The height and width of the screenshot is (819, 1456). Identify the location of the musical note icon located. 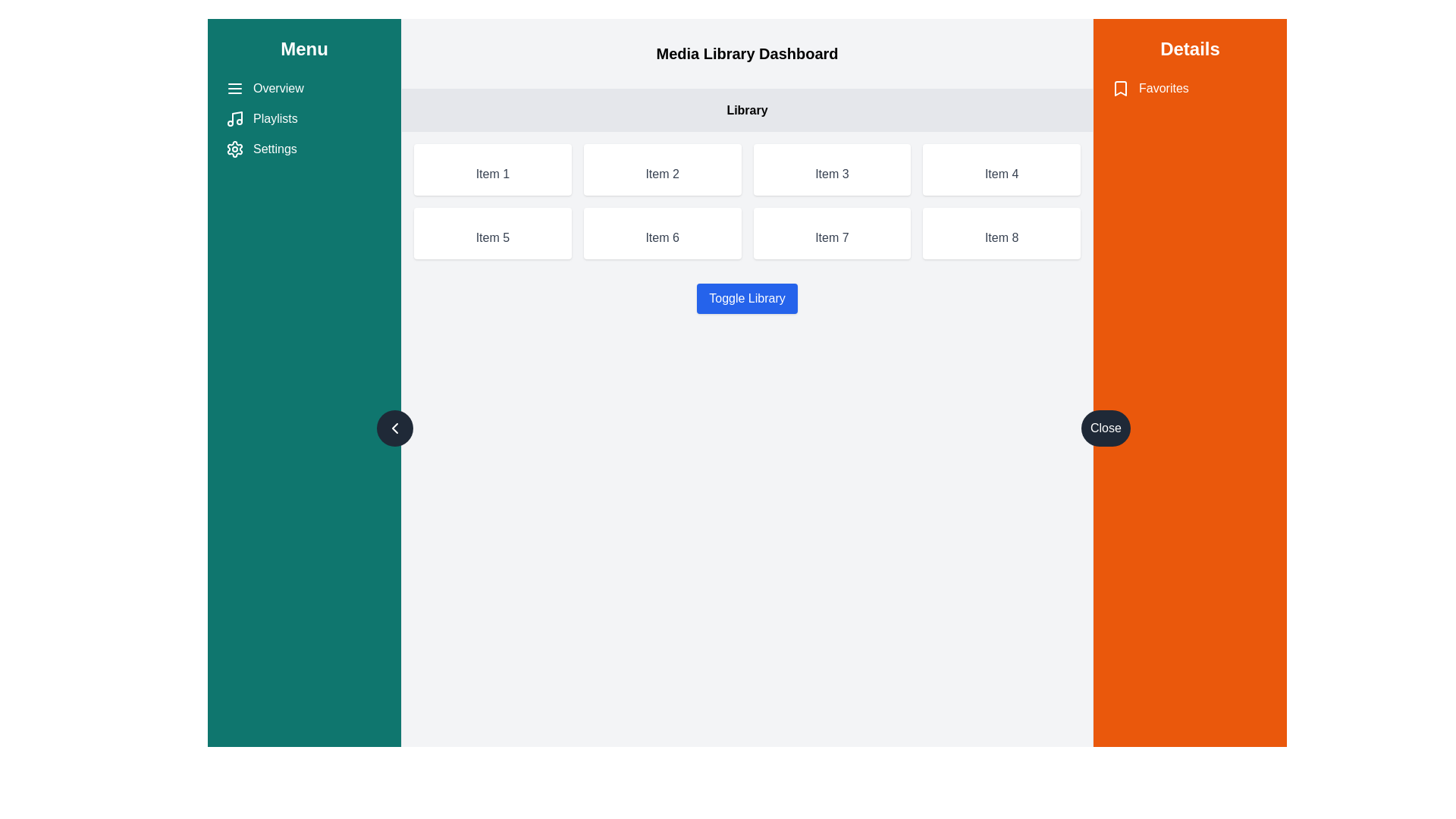
(234, 118).